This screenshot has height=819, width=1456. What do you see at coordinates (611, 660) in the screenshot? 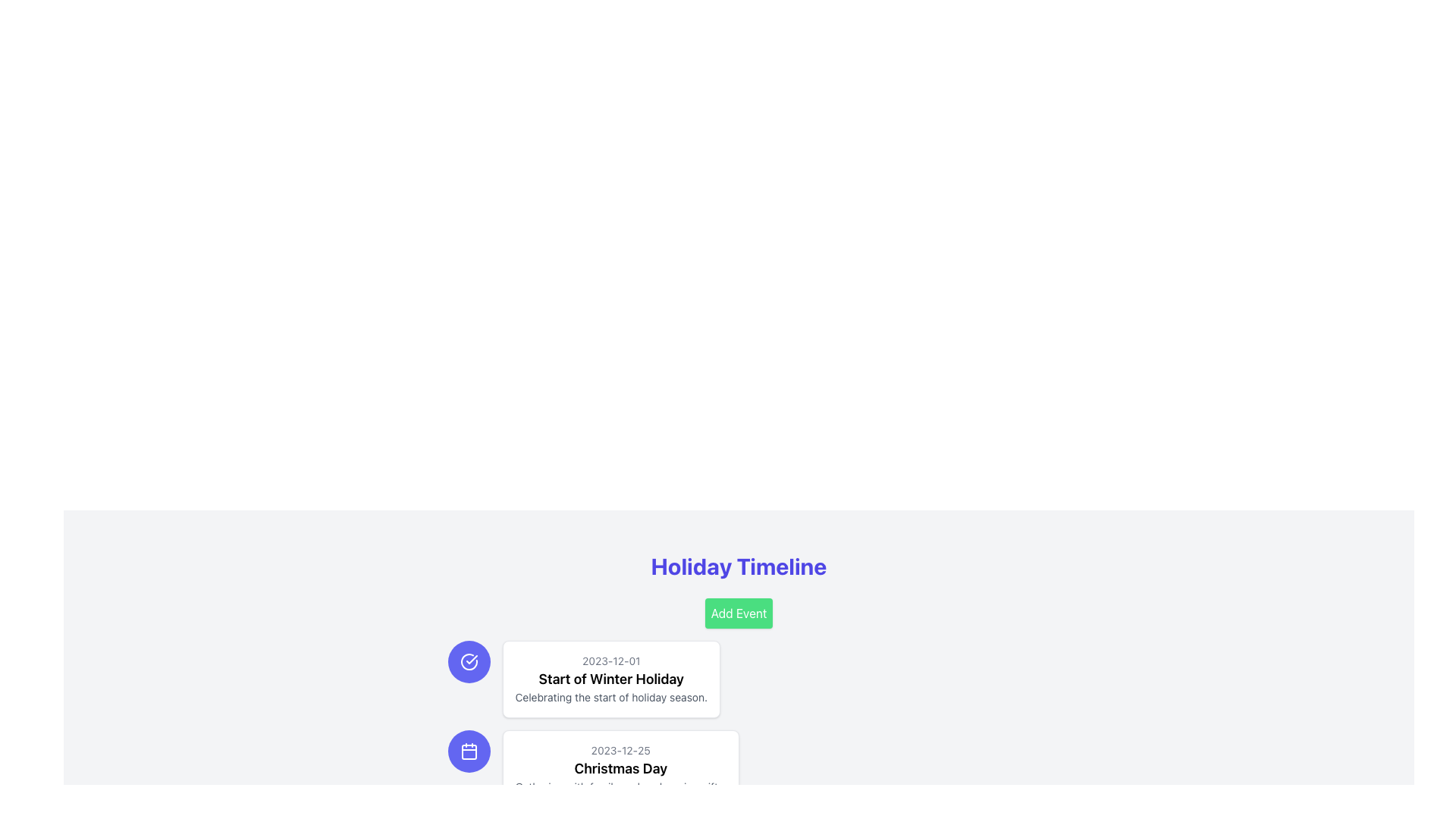
I see `the date text '2023-12-01', which is styled in smaller gray font and positioned above larger text within a rounded rectangular card` at bounding box center [611, 660].